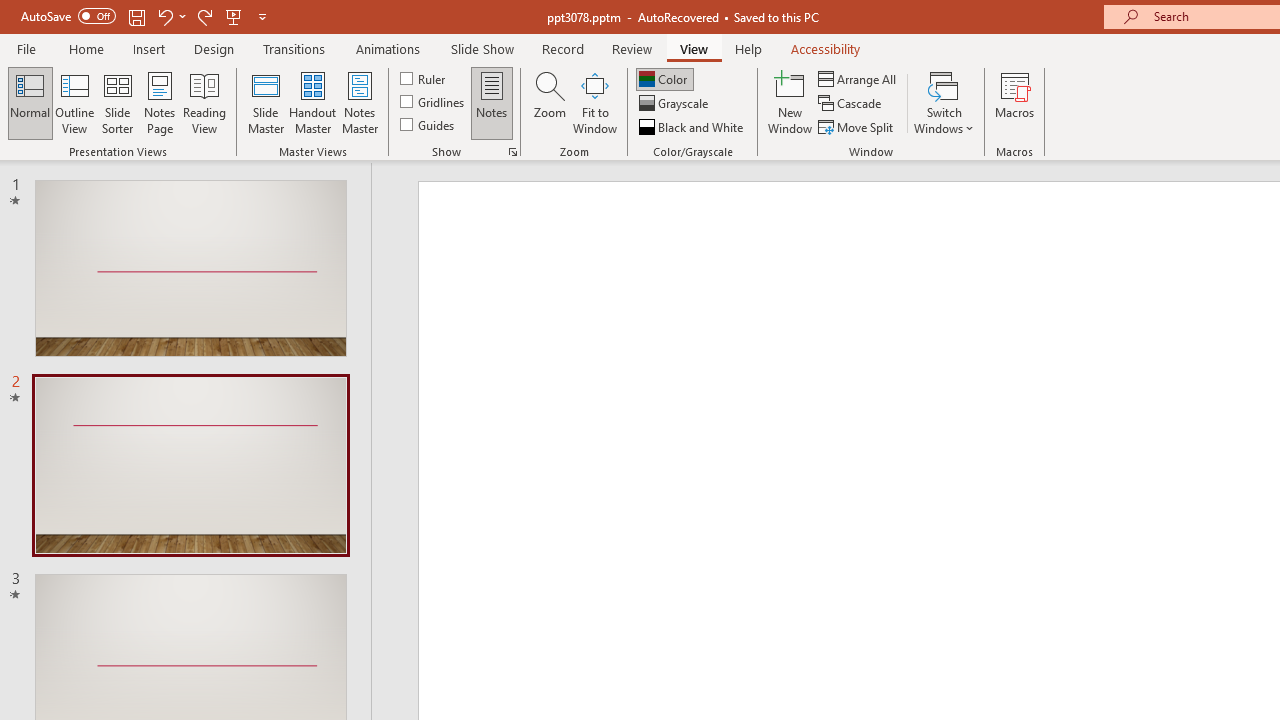 The width and height of the screenshot is (1280, 720). Describe the element at coordinates (360, 103) in the screenshot. I see `'Notes Master'` at that location.